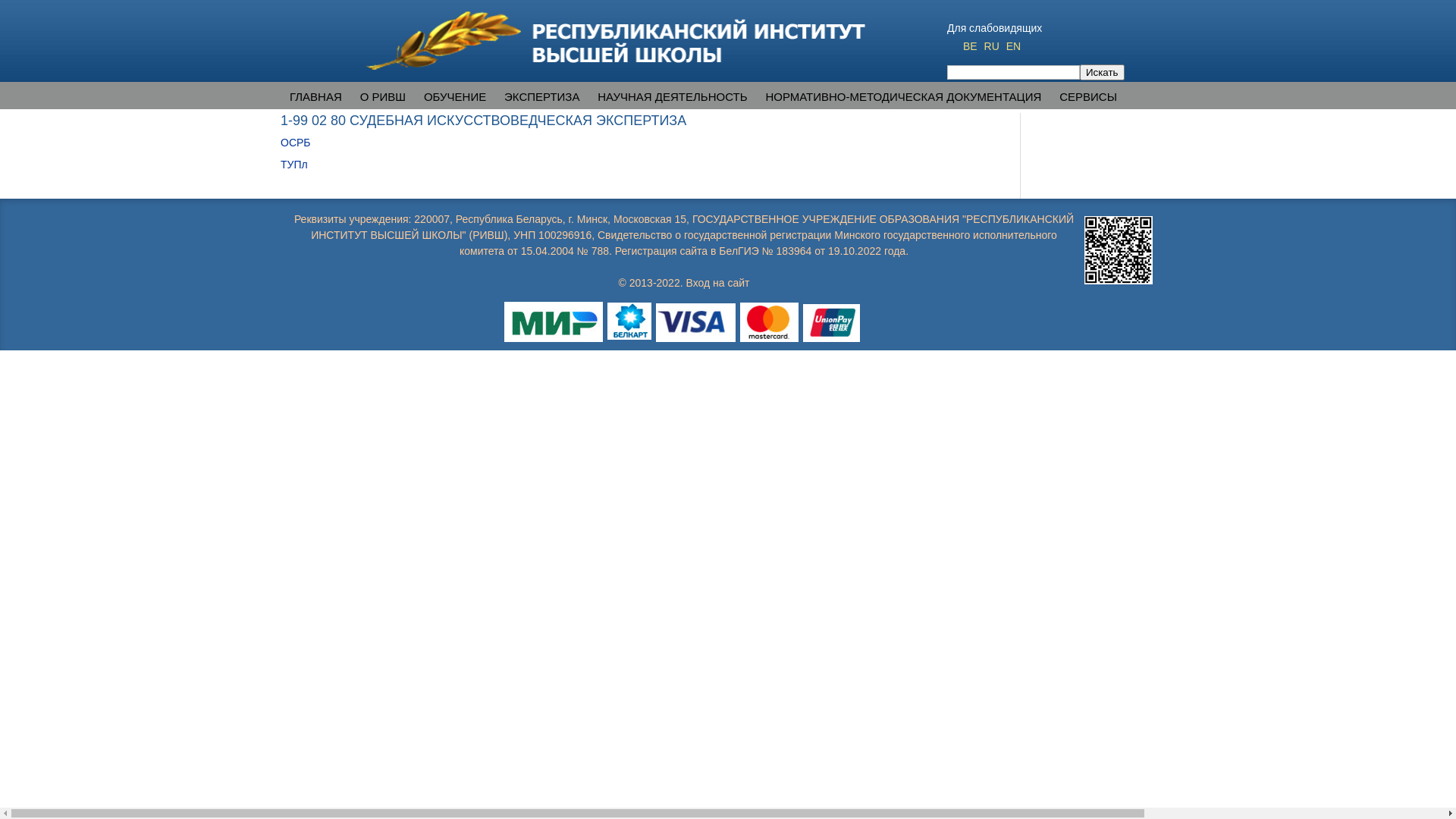  What do you see at coordinates (971, 45) in the screenshot?
I see `'BE'` at bounding box center [971, 45].